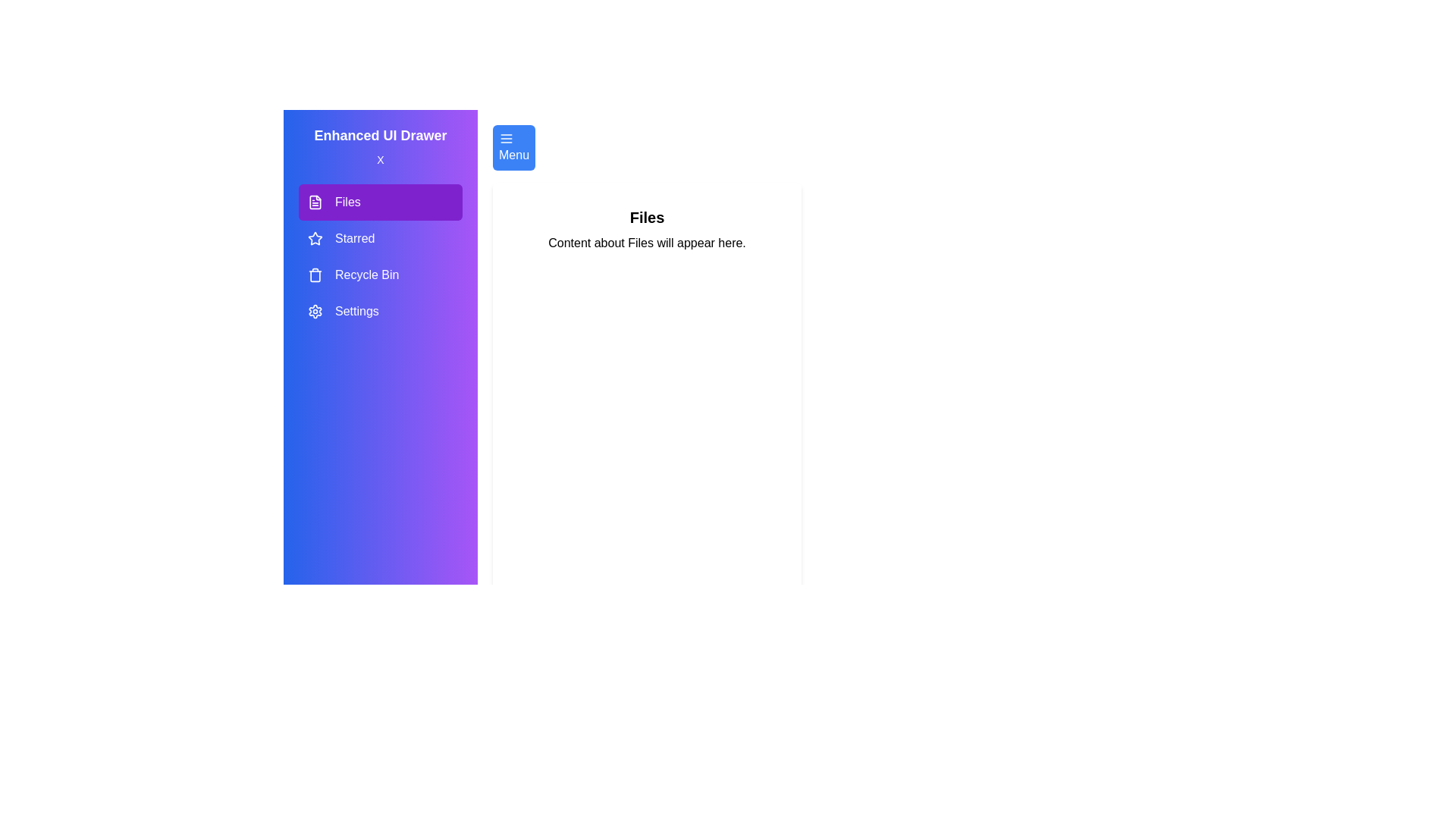 The image size is (1456, 819). Describe the element at coordinates (381, 239) in the screenshot. I see `the menu item Starred to view its content` at that location.